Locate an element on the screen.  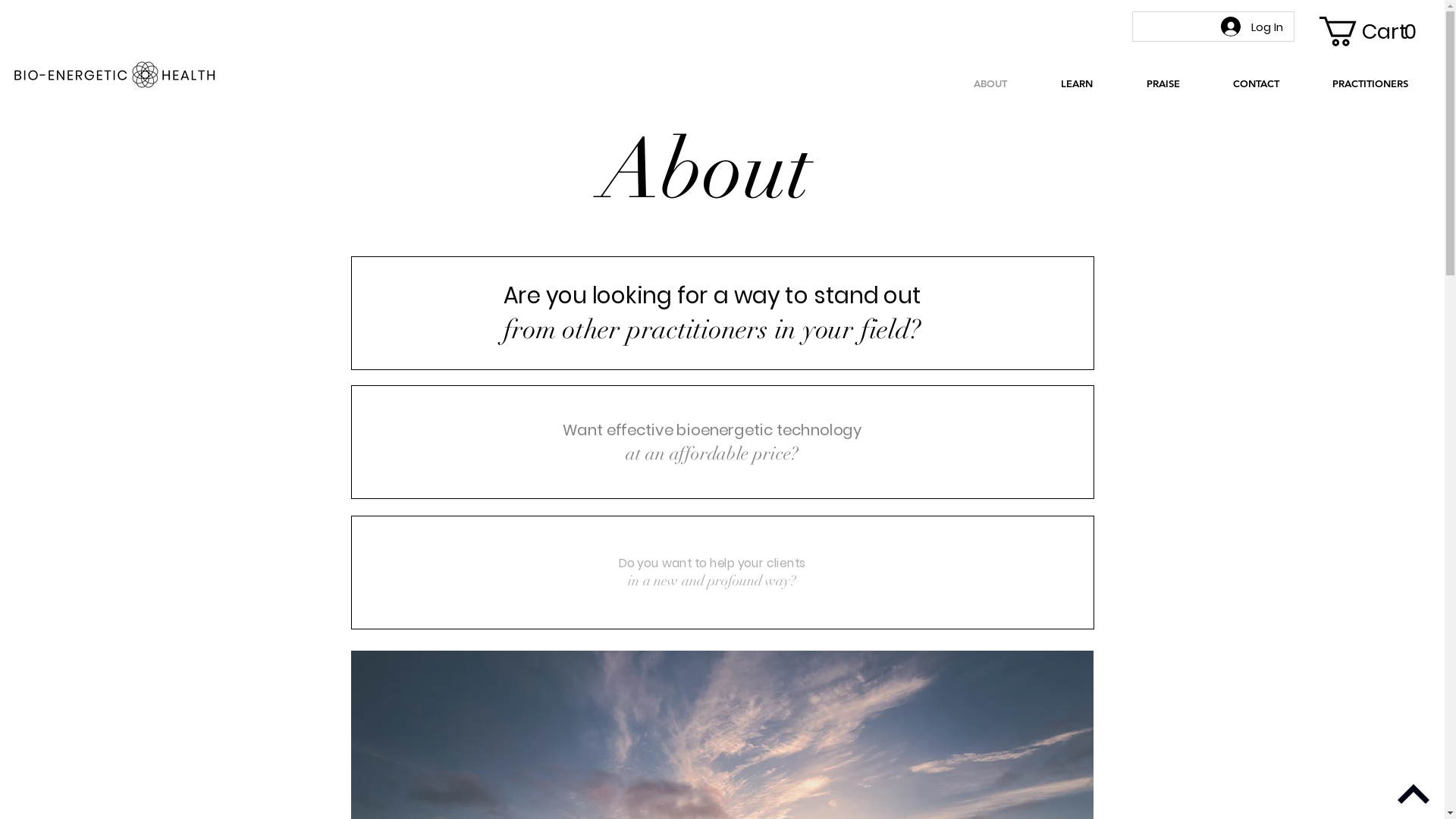
'LEARN' is located at coordinates (1075, 83).